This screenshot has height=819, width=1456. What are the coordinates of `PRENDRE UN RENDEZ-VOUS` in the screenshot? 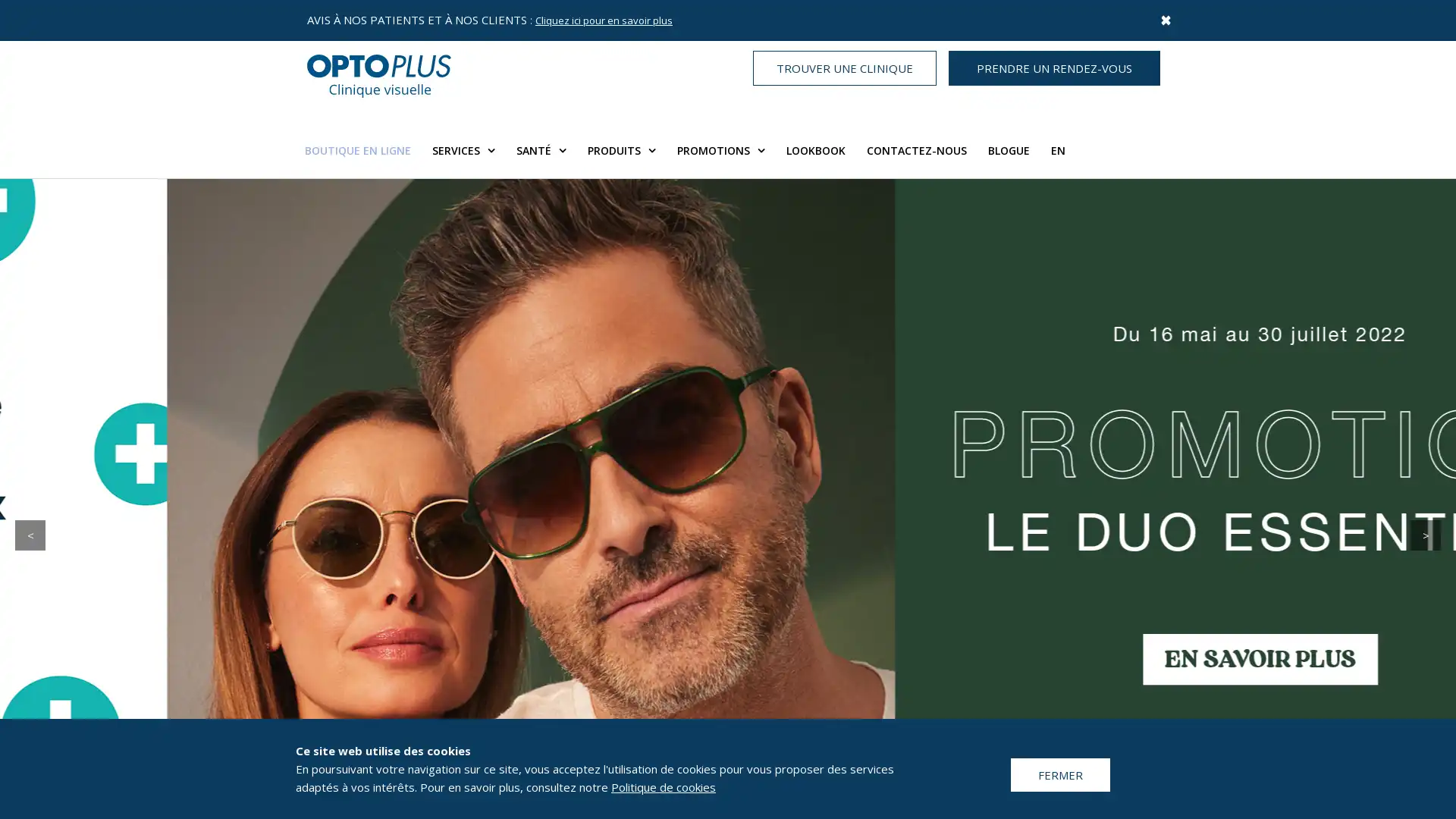 It's located at (1053, 67).